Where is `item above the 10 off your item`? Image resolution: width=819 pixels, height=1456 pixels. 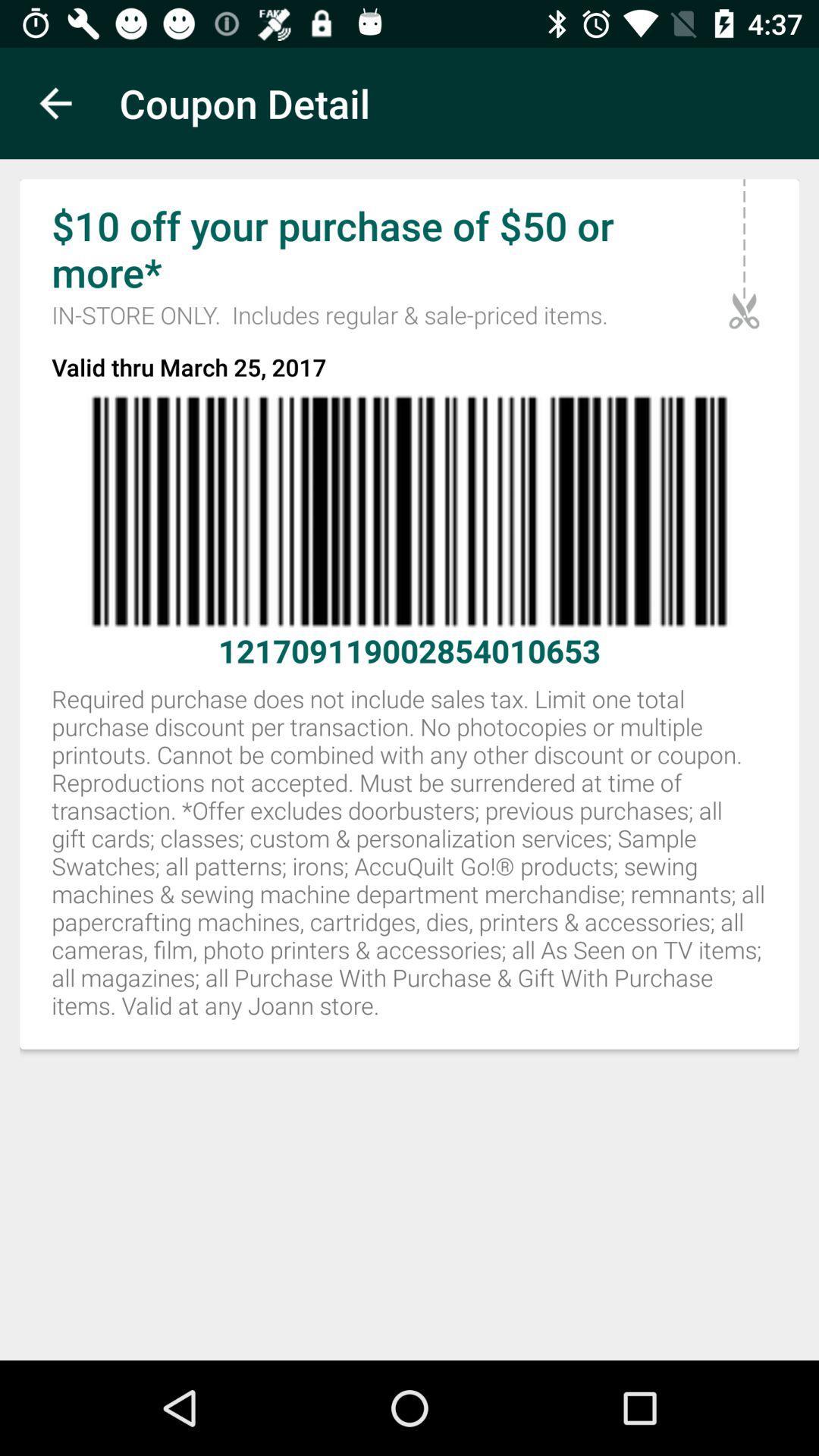 item above the 10 off your item is located at coordinates (55, 102).